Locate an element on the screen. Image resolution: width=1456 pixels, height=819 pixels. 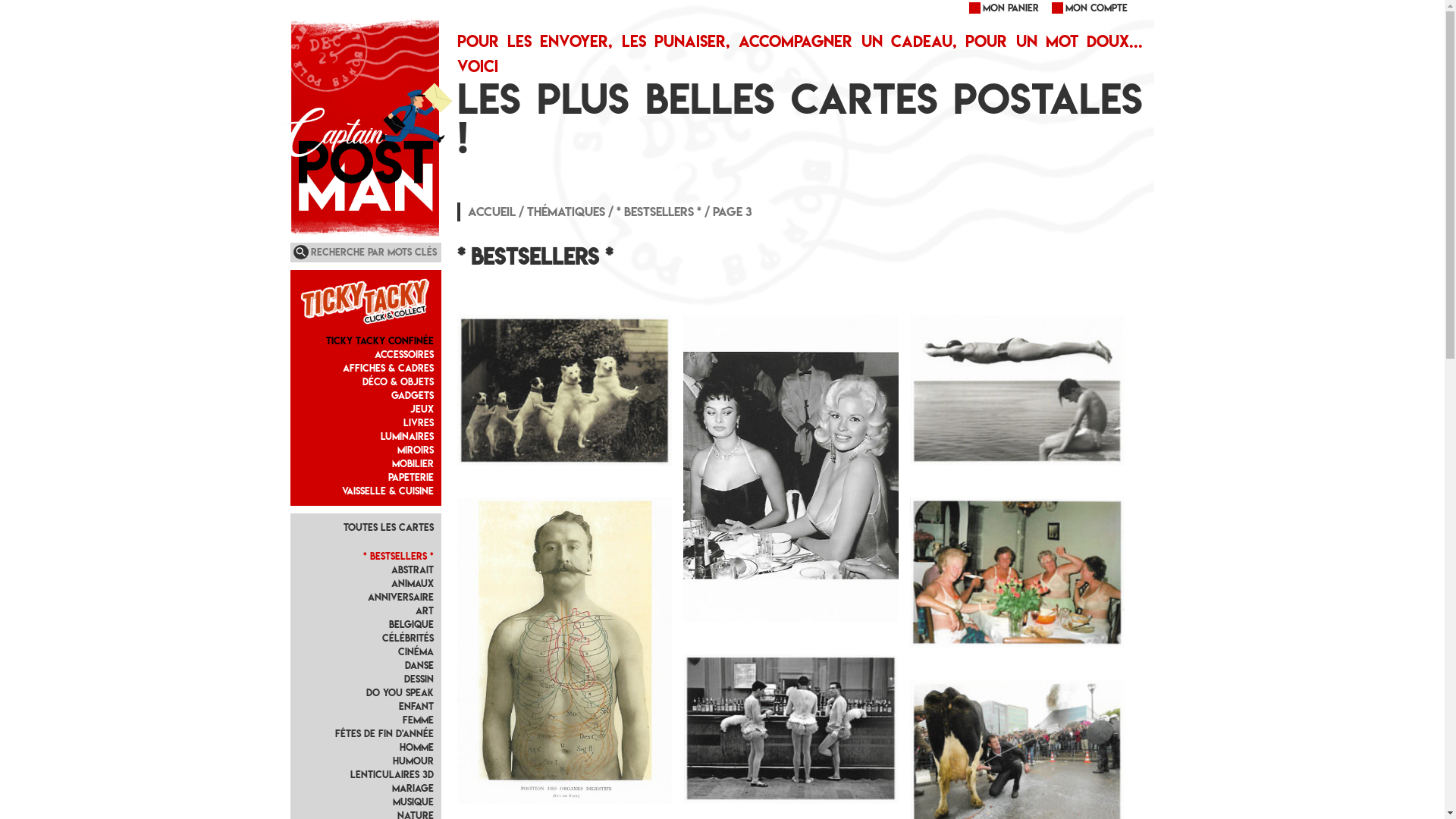
'Homme' is located at coordinates (416, 746).